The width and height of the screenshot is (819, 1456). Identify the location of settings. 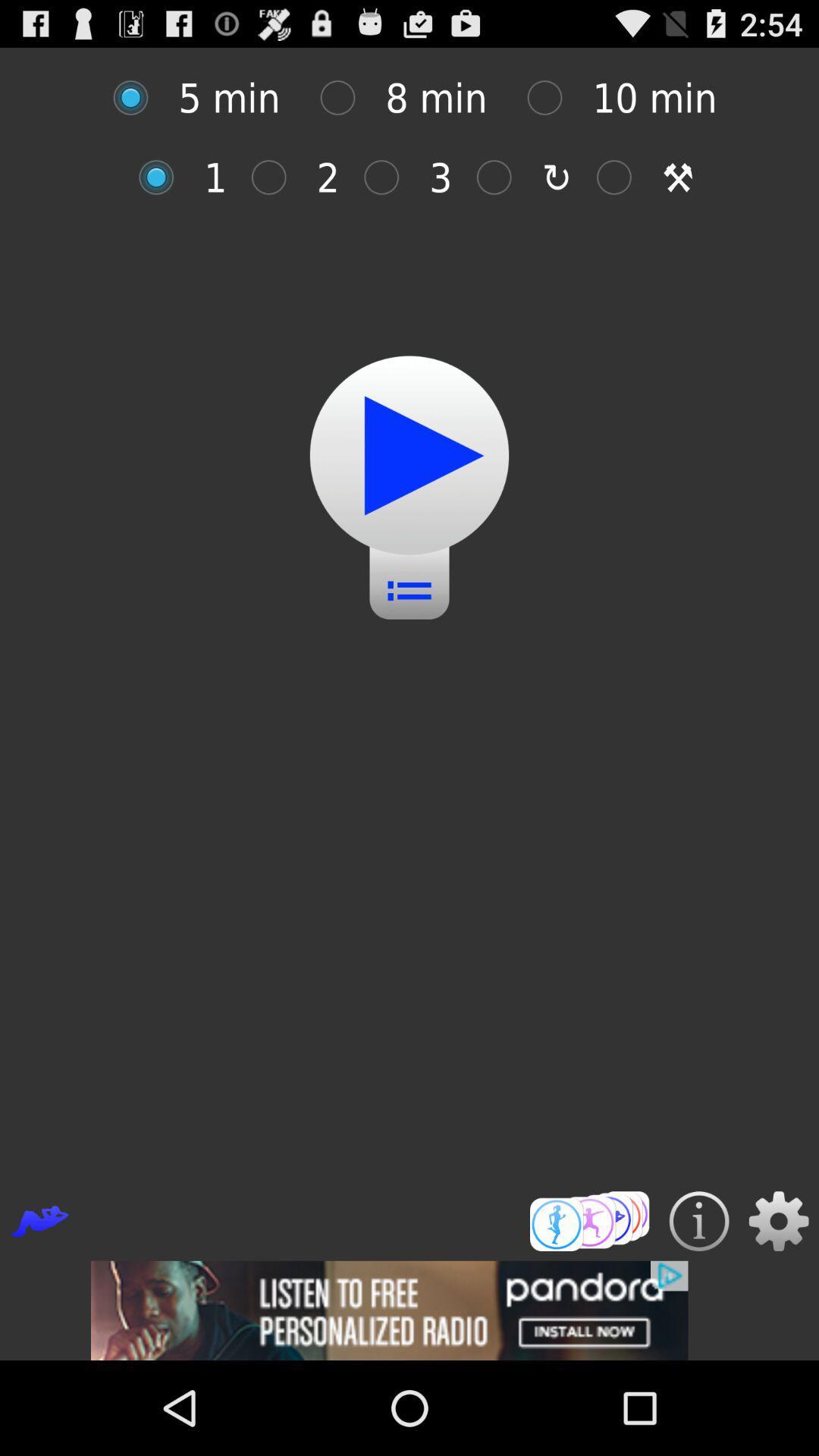
(779, 1221).